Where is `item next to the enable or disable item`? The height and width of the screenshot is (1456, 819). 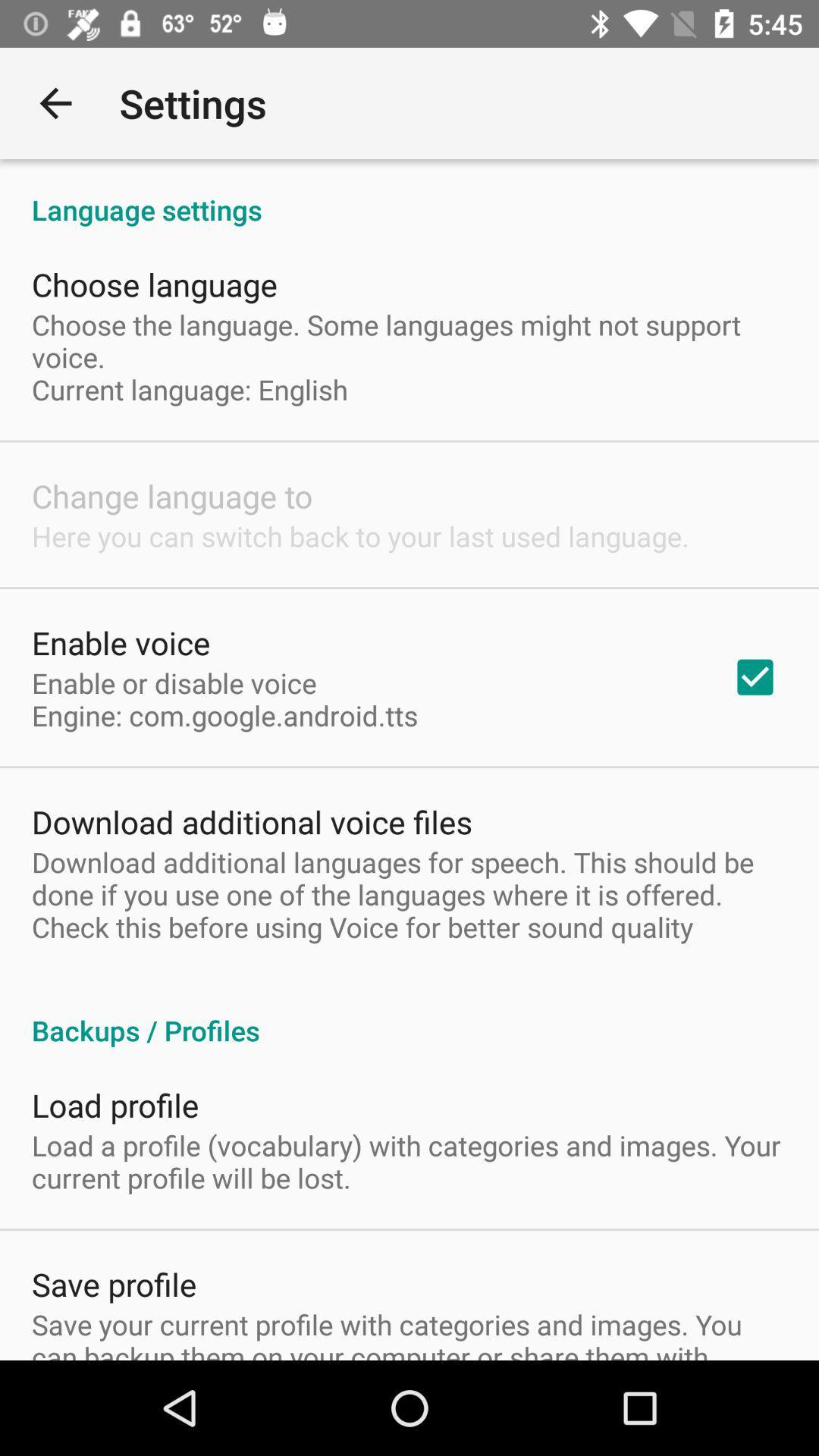
item next to the enable or disable item is located at coordinates (755, 676).